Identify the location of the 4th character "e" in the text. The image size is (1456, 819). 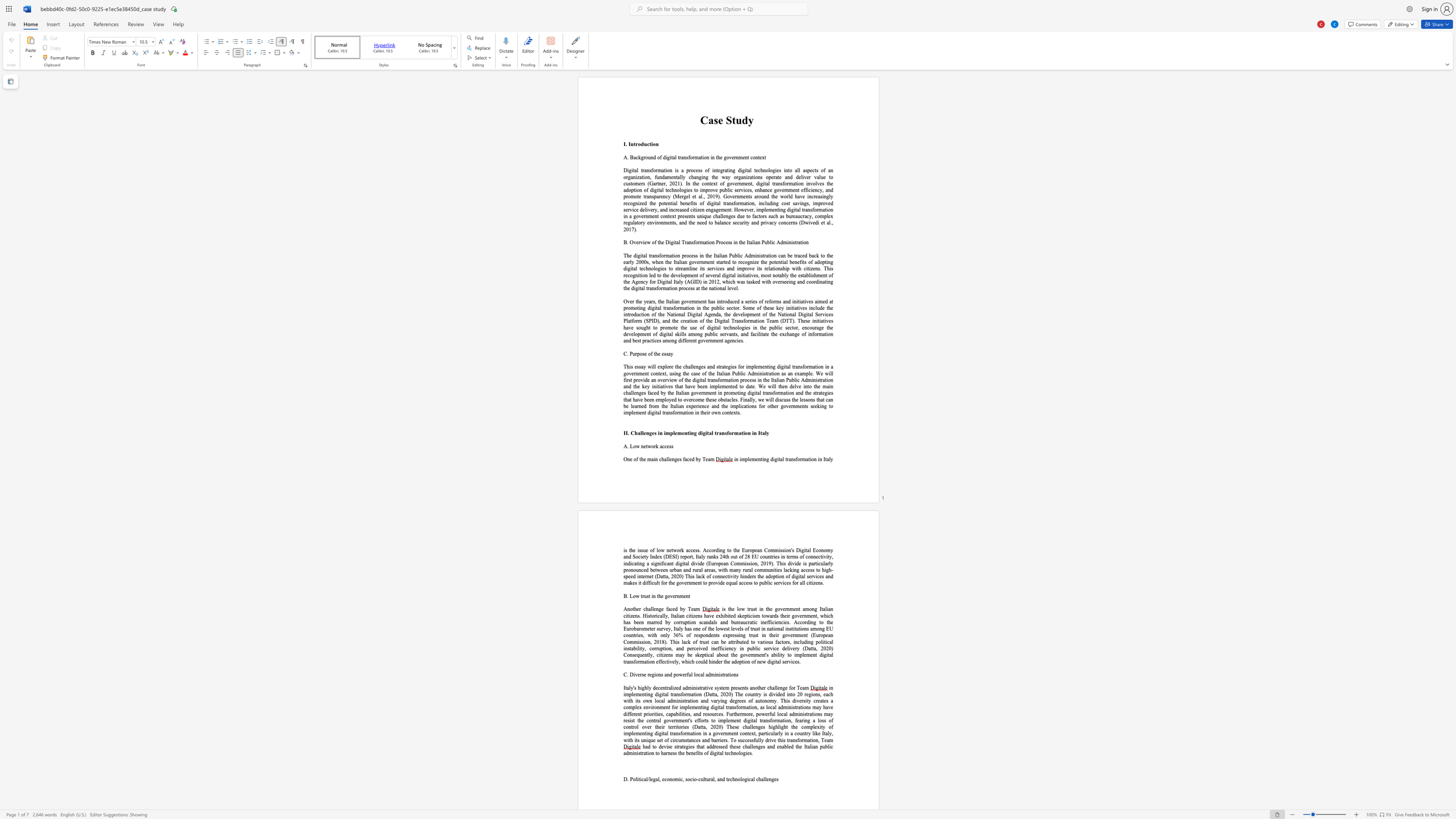
(714, 400).